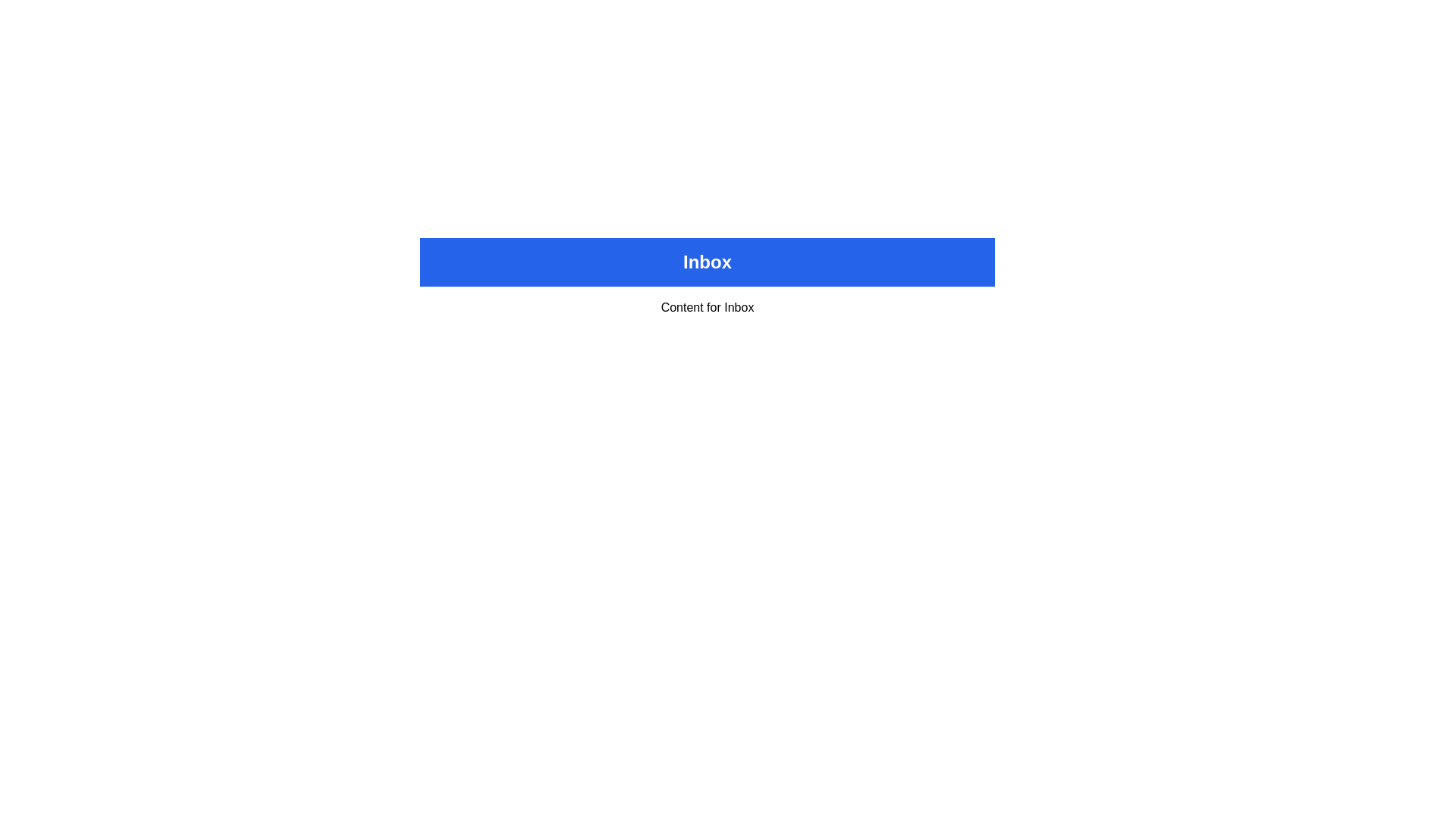 The image size is (1456, 819). What do you see at coordinates (706, 262) in the screenshot?
I see `the non-interactive header labeled 'Inbox' at the top section of the application, which indicates the current section or mode` at bounding box center [706, 262].